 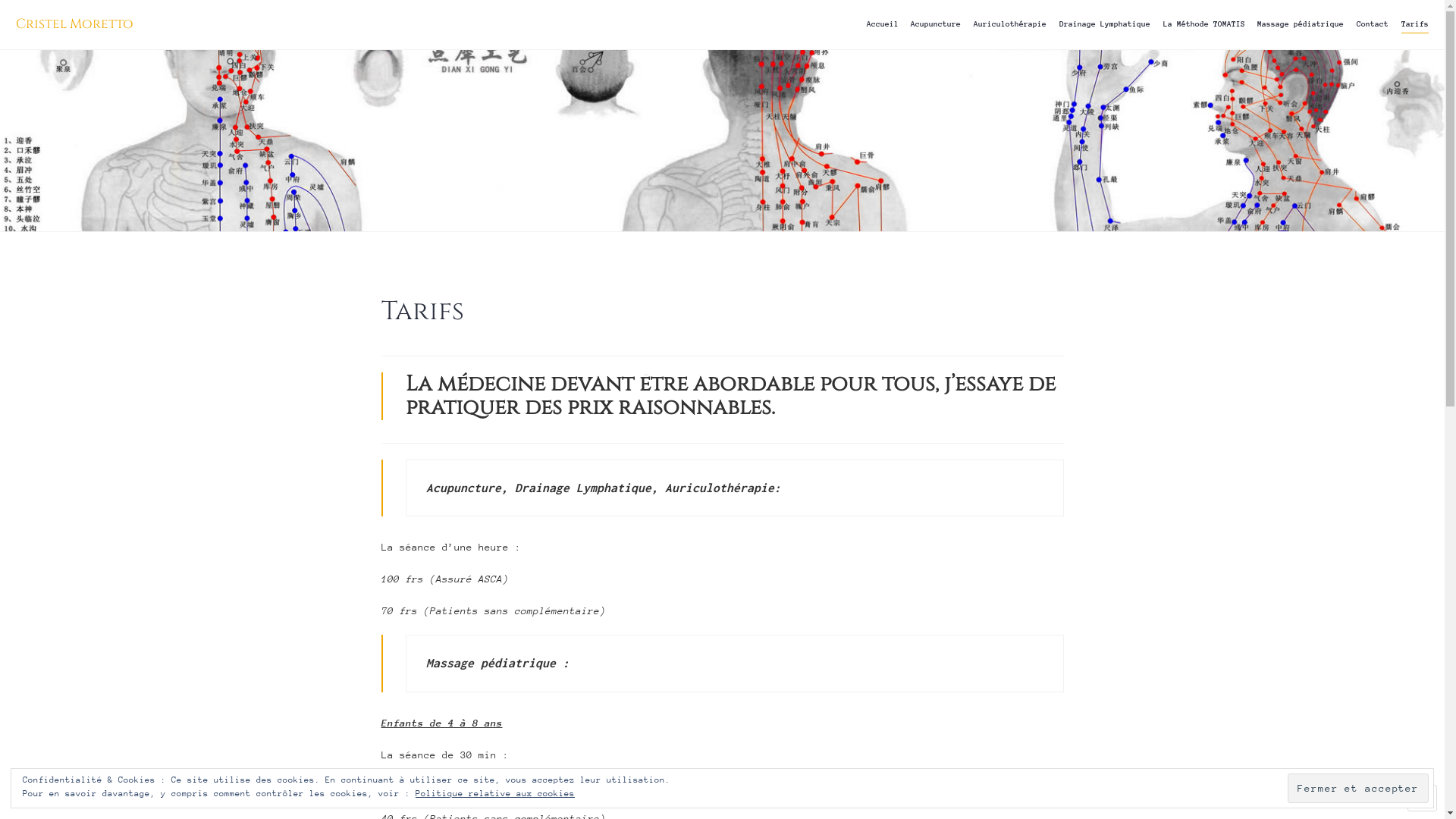 I want to click on 'Cristel Moretto', so click(x=74, y=24).